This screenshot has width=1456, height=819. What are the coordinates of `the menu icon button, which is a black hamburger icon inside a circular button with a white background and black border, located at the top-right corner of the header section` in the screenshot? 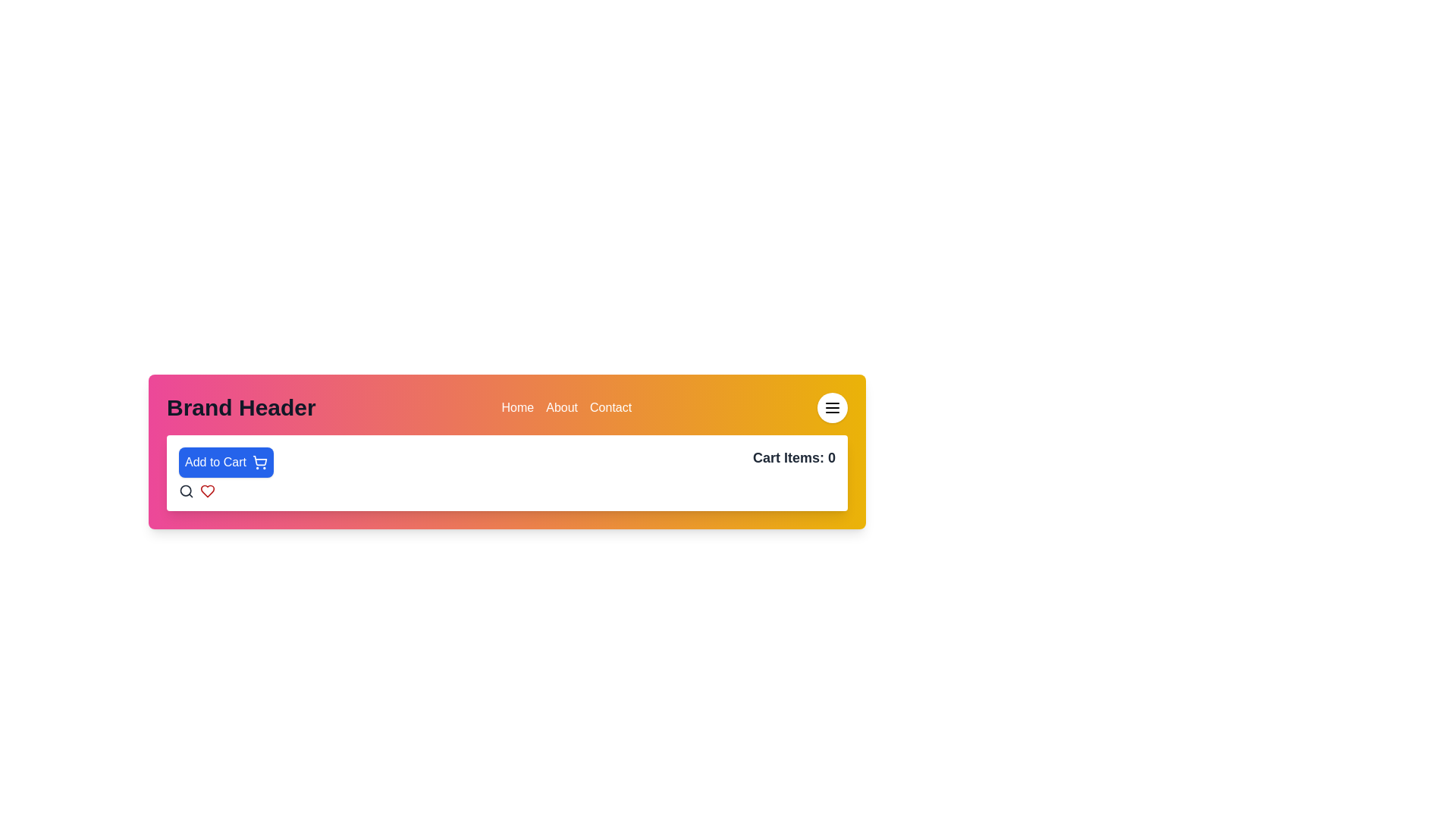 It's located at (832, 406).